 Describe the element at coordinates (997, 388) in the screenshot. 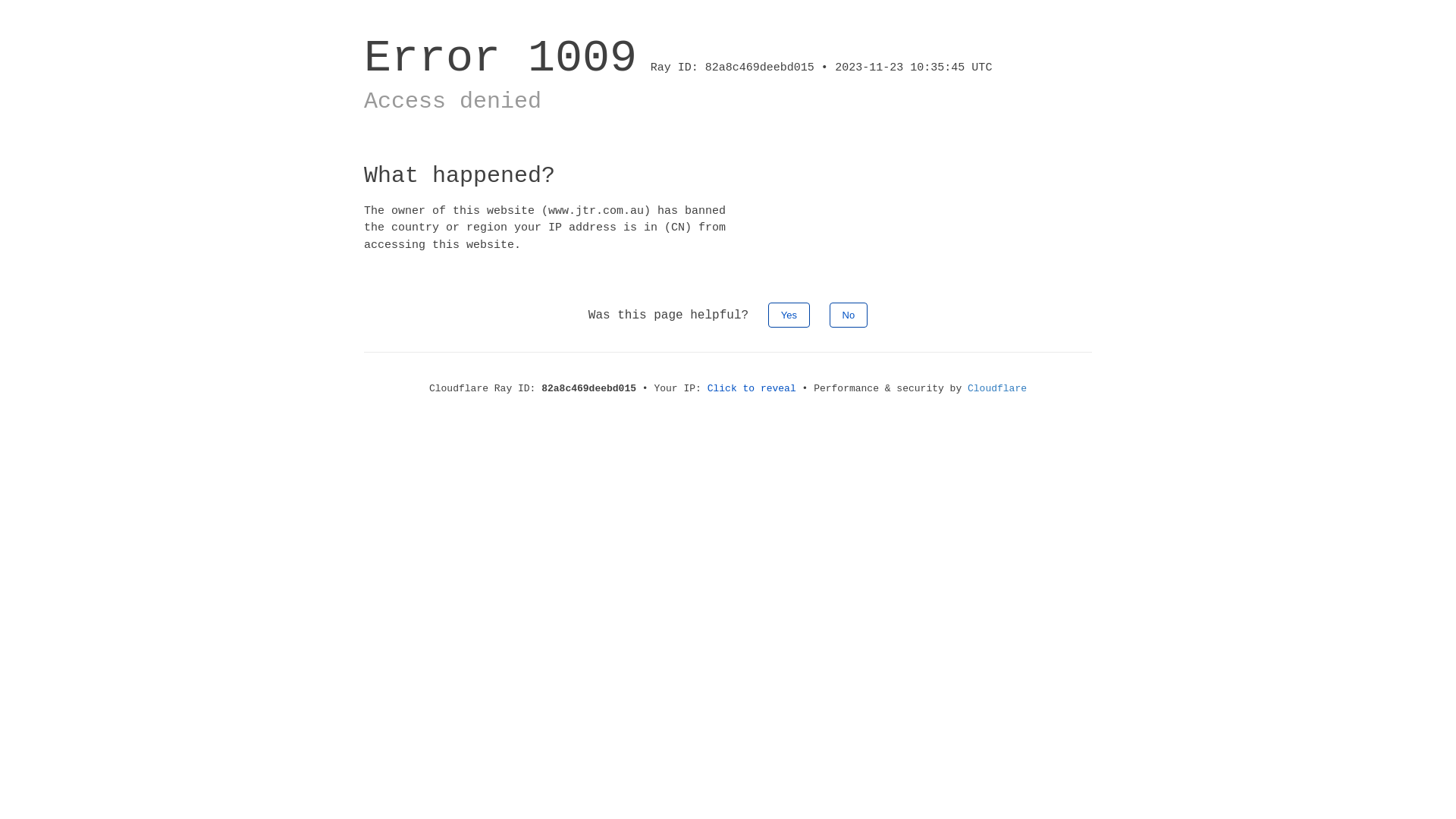

I see `'Cloudflare'` at that location.